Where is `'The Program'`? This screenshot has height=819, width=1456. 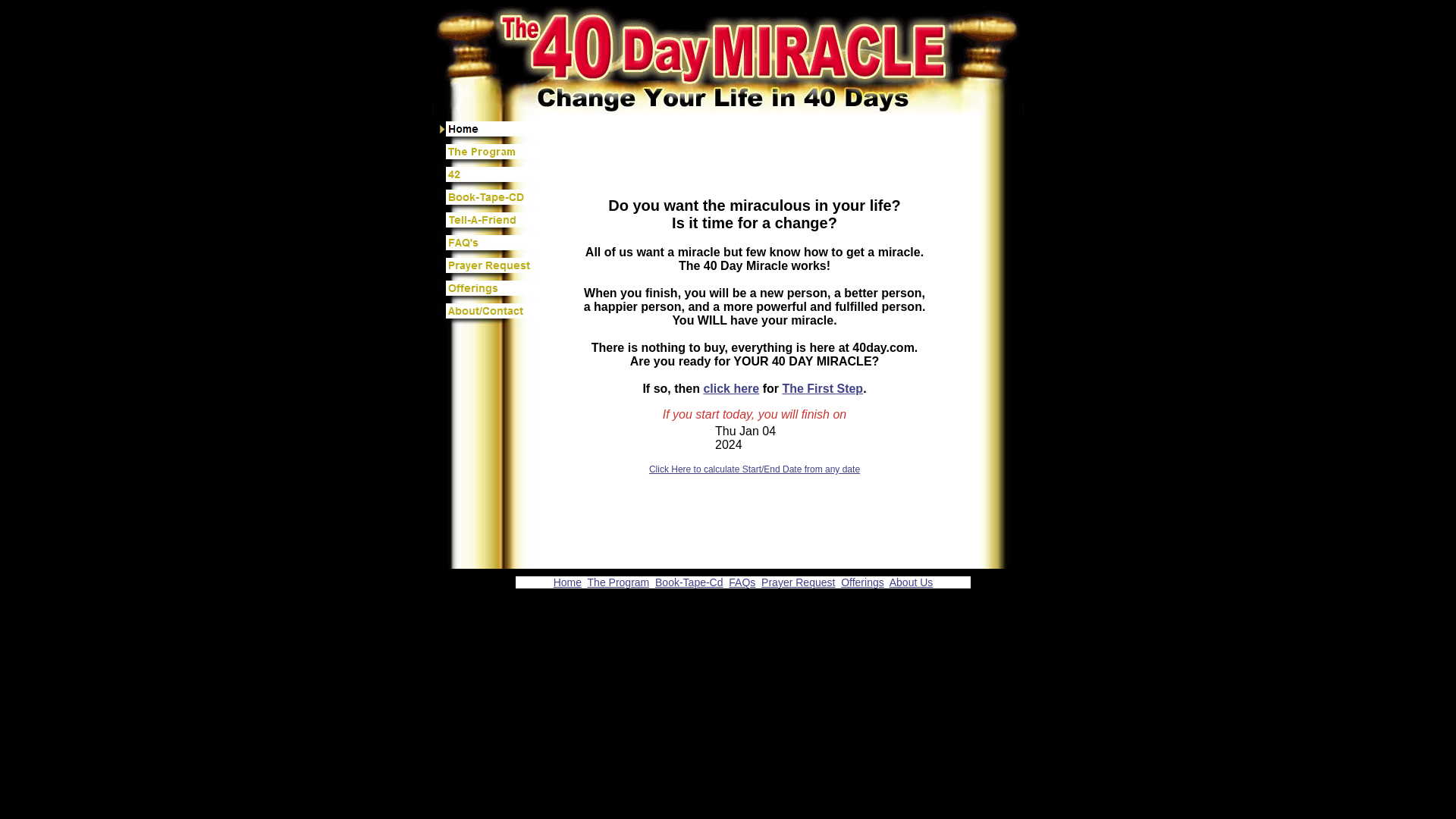 'The Program' is located at coordinates (619, 581).